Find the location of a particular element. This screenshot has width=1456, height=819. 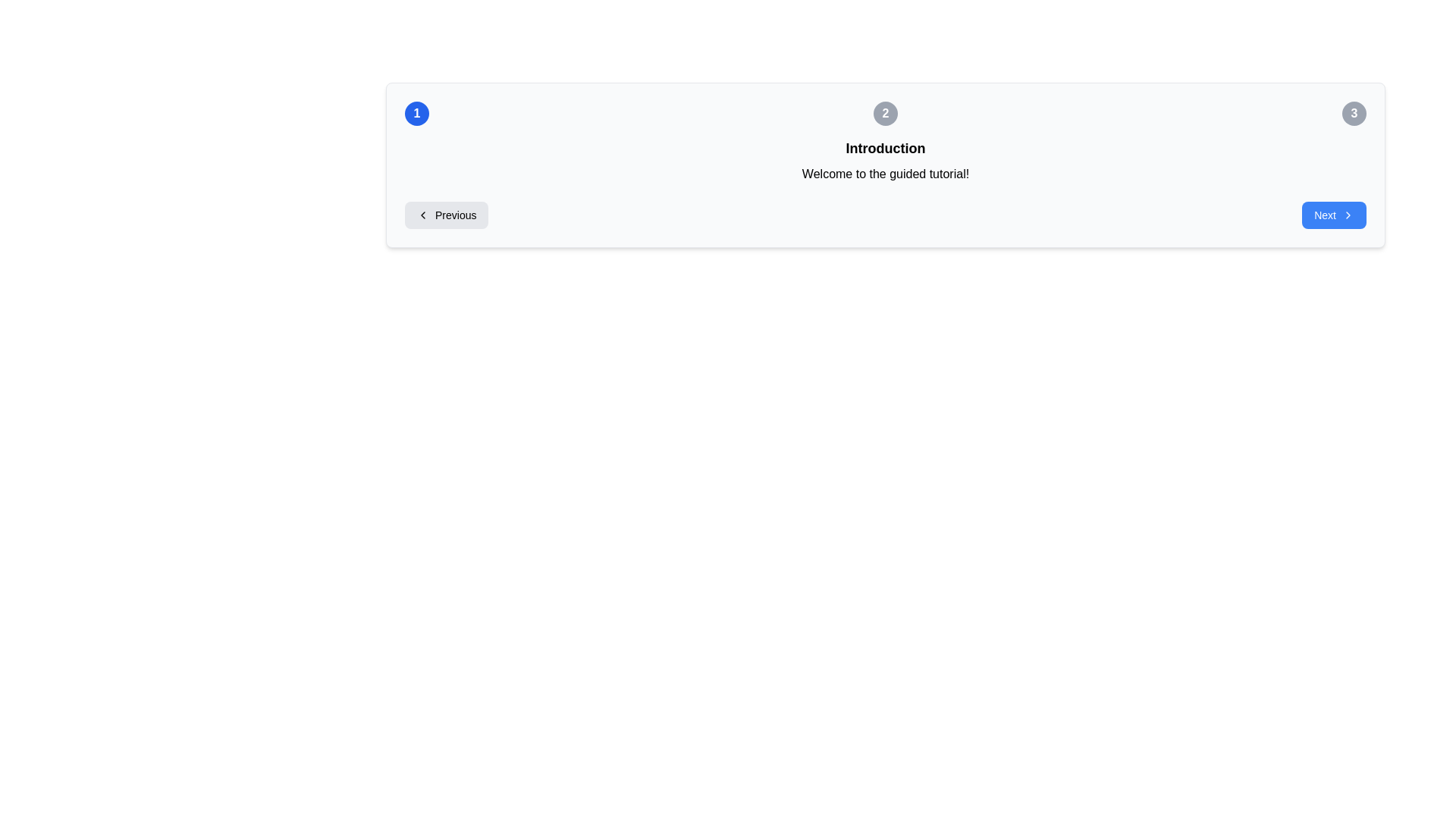

the text element containing 'Introduction', which is styled in bold and larger font, located at the top of the section is located at coordinates (885, 149).